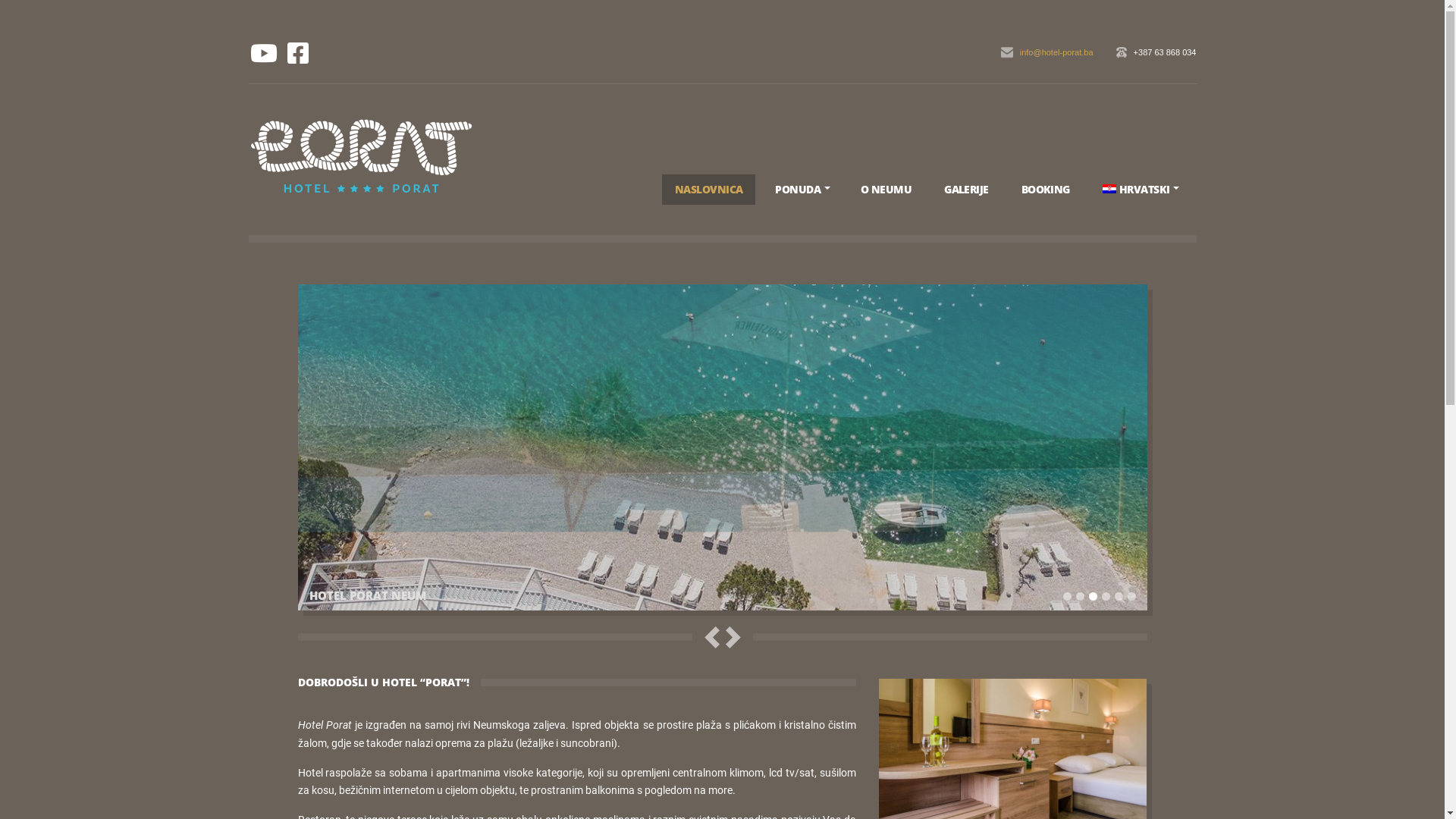  I want to click on '1', so click(1066, 595).